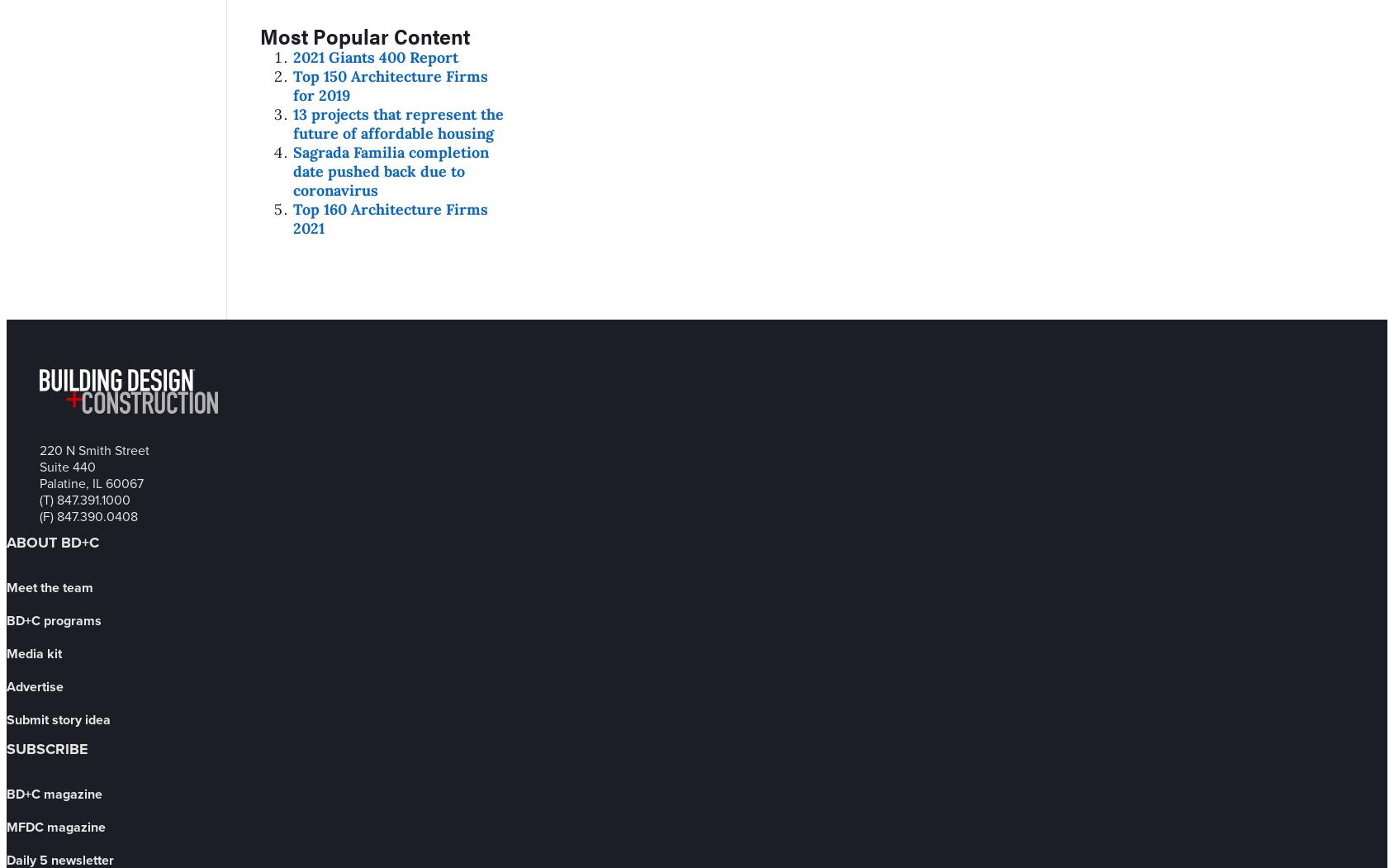 This screenshot has width=1394, height=868. I want to click on 'Media kit', so click(33, 652).